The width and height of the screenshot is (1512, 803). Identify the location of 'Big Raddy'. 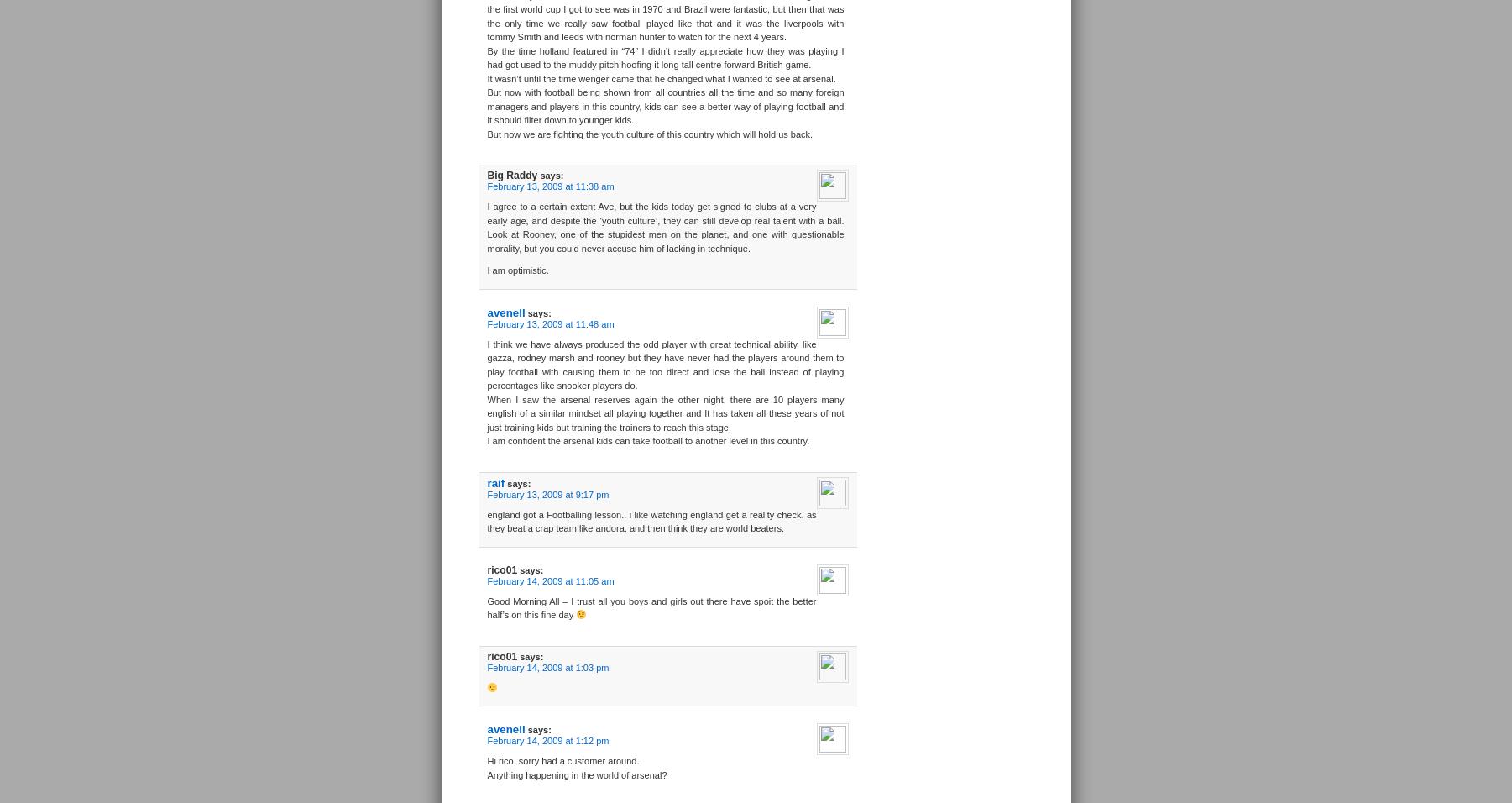
(510, 175).